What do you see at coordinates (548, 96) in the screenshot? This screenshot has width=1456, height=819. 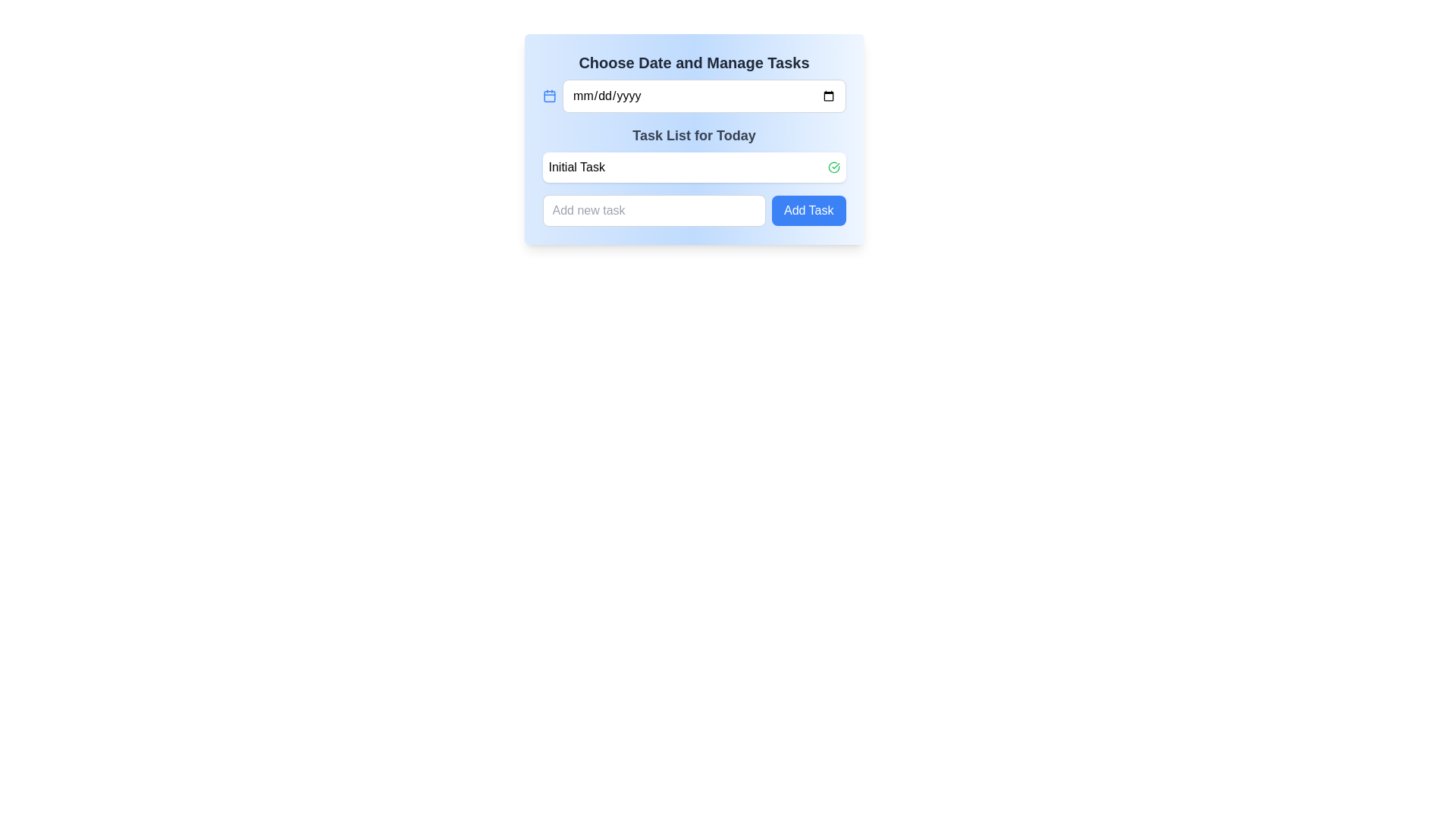 I see `the blue calendar icon located to the left of the date input field` at bounding box center [548, 96].